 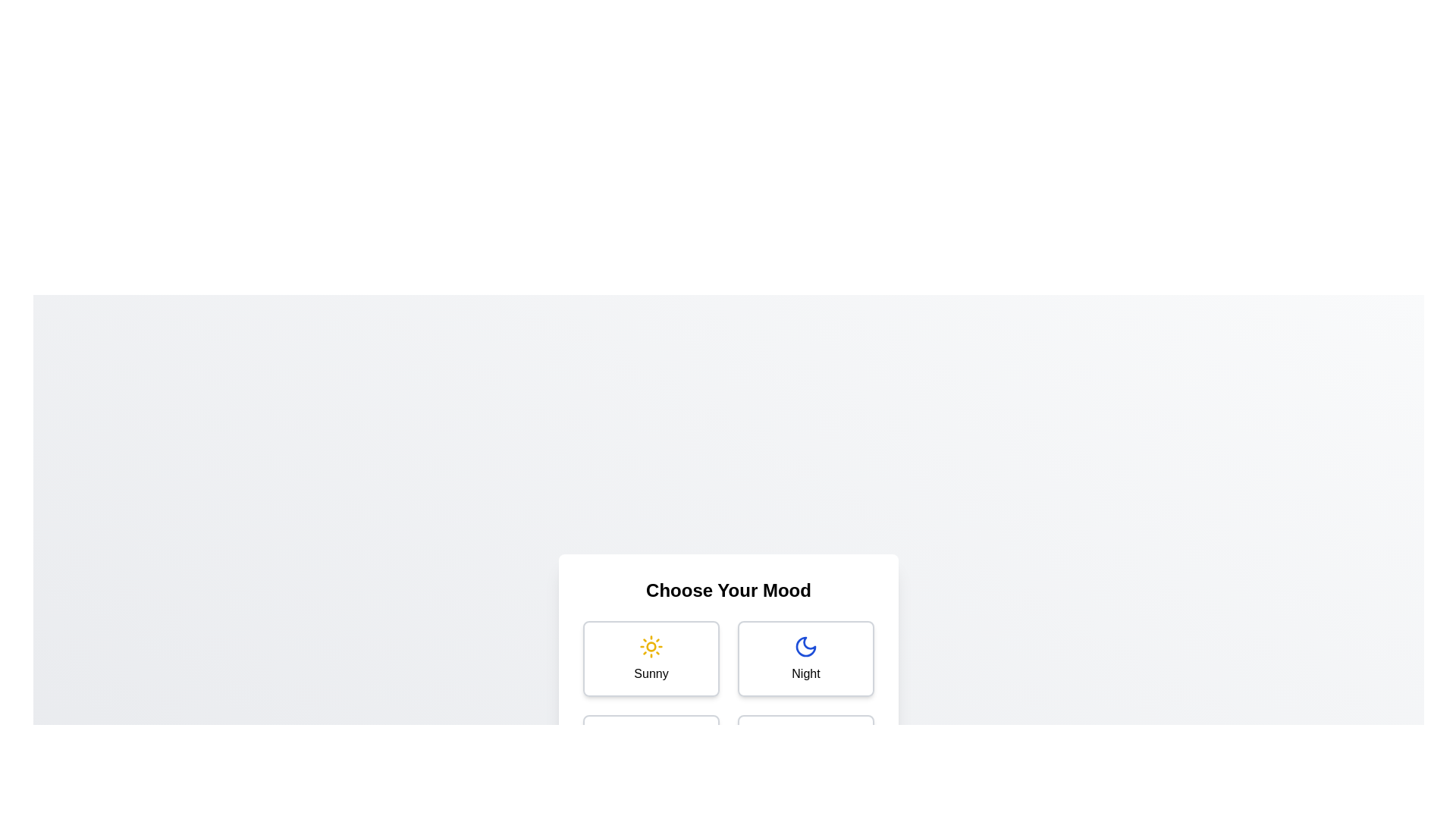 I want to click on the mood Sunny by clicking on its corresponding option, so click(x=651, y=657).